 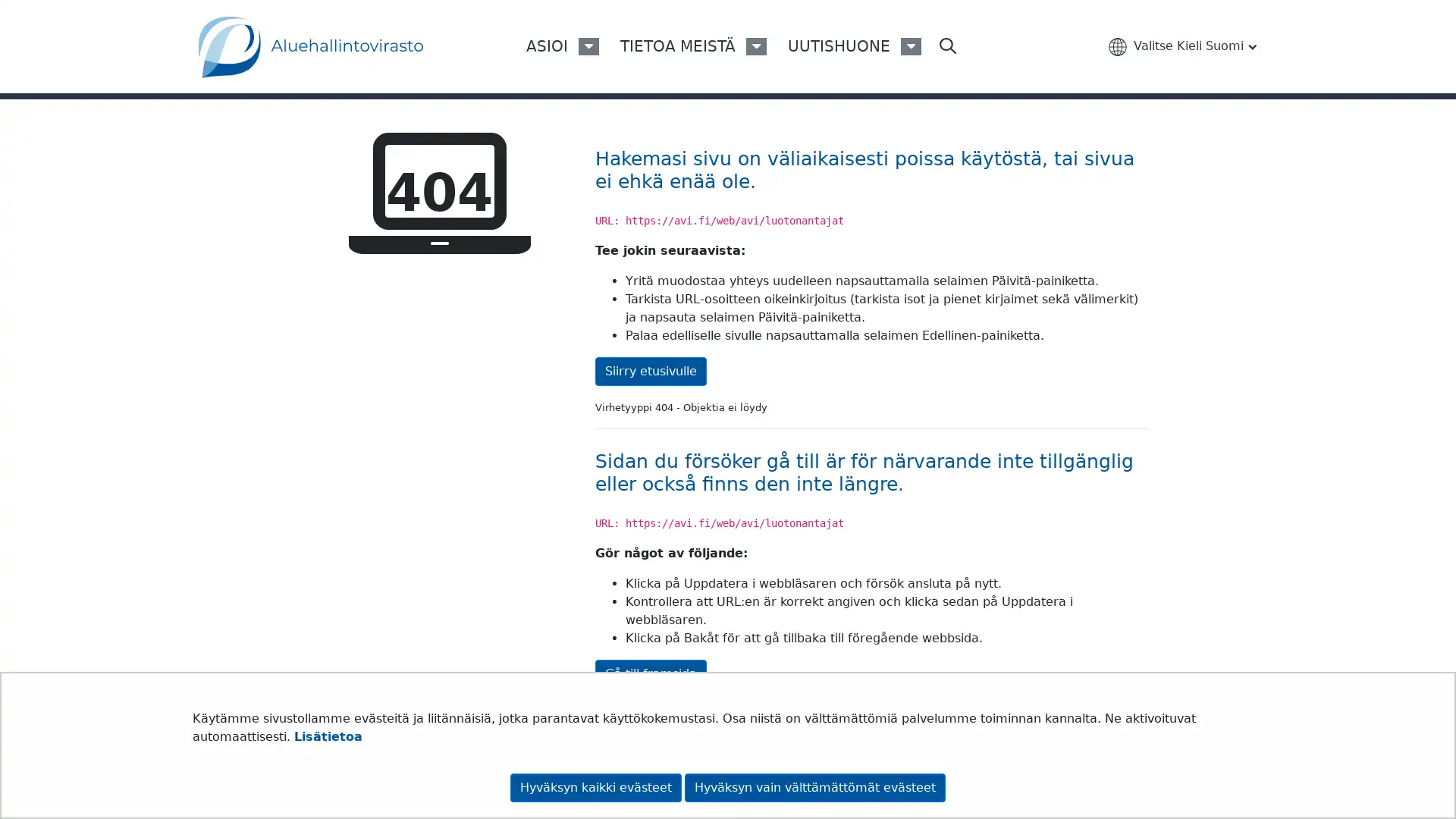 I want to click on Hyvaksyn kaikki evasteet, so click(x=595, y=786).